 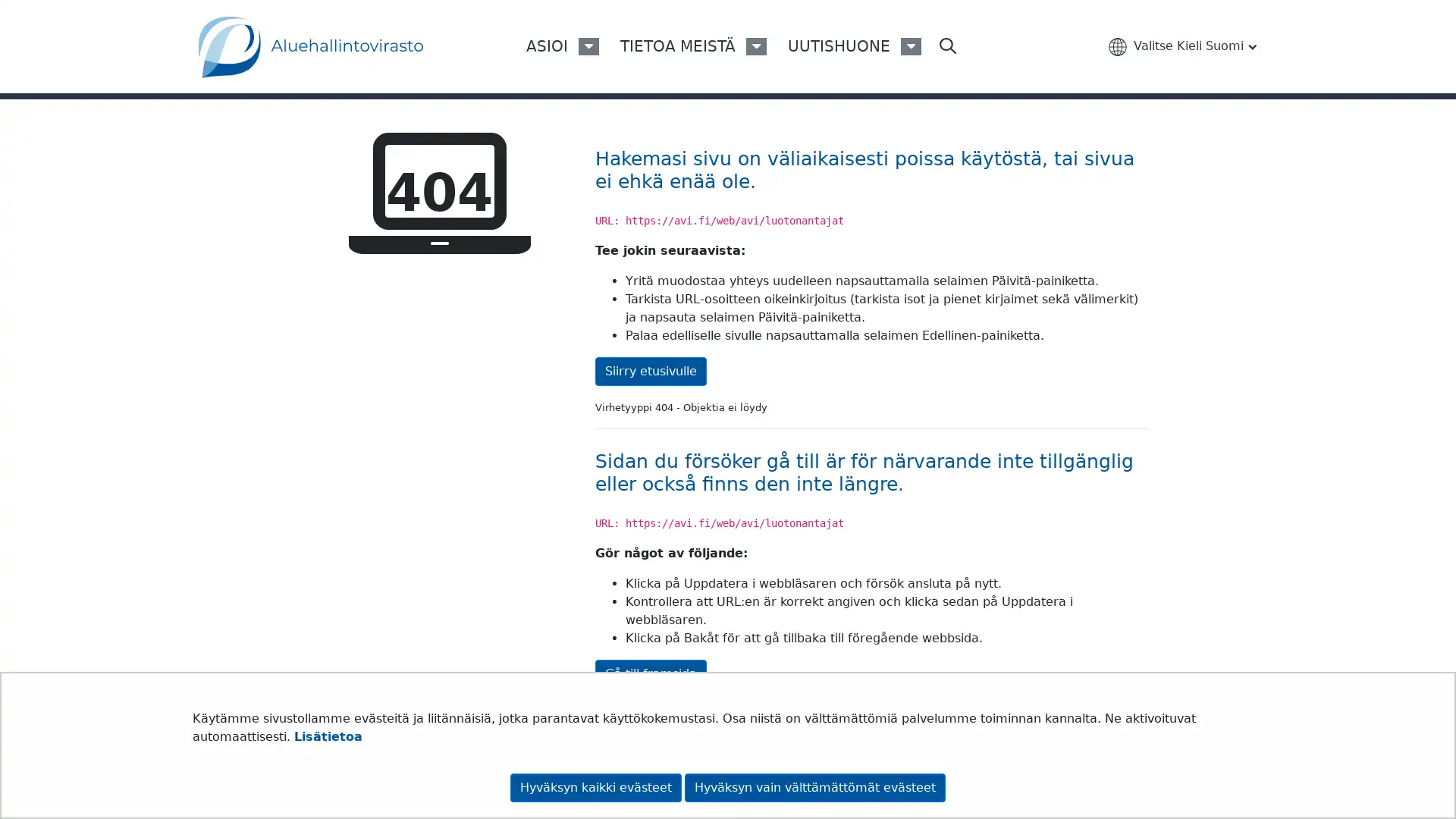 I want to click on Hyvaksyn kaikki evasteet, so click(x=595, y=786).